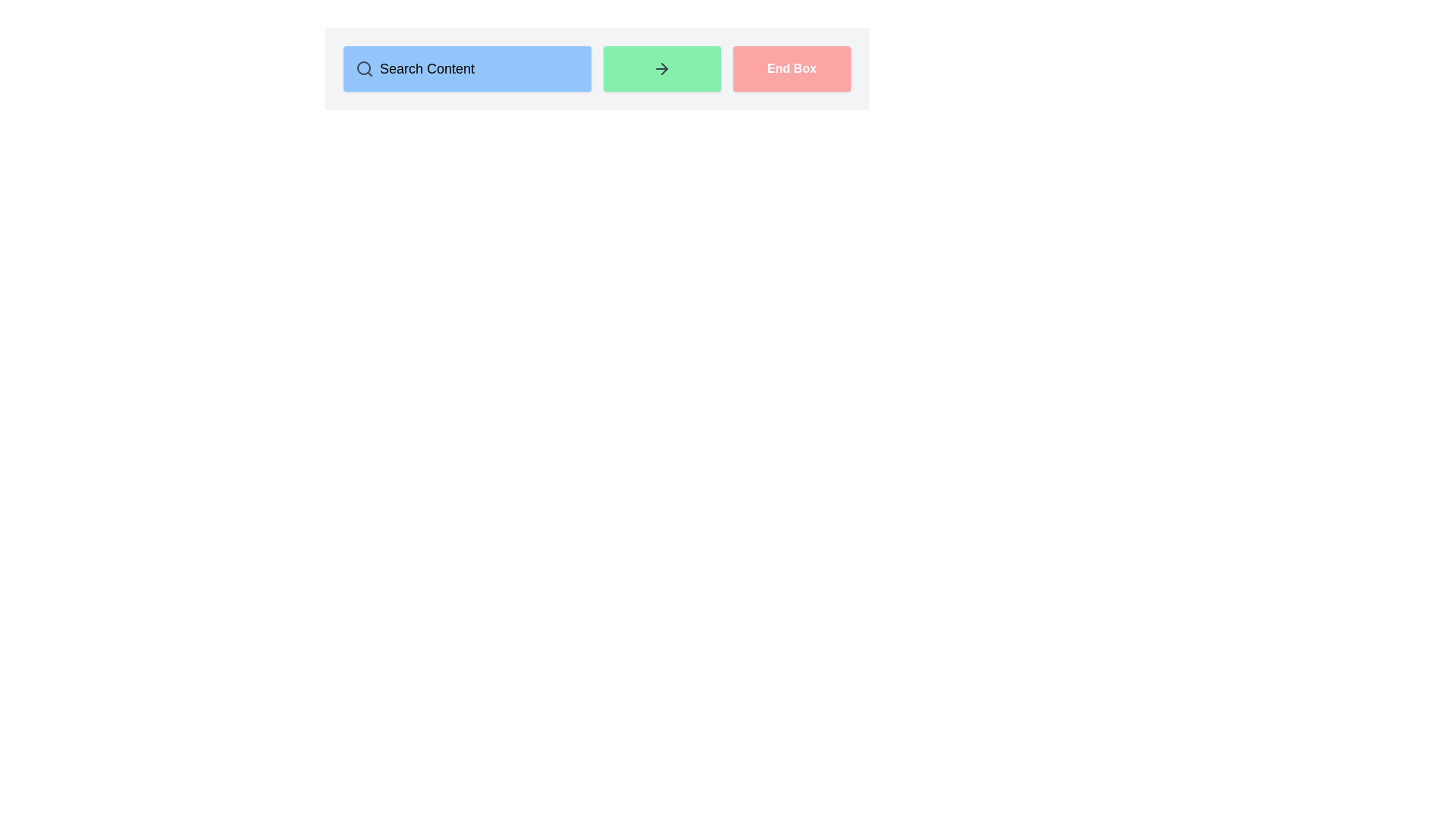 This screenshot has height=819, width=1456. What do you see at coordinates (664, 69) in the screenshot?
I see `the rightward-pointing arrow icon located in the middle right side of the green button labeled 'End Box'` at bounding box center [664, 69].